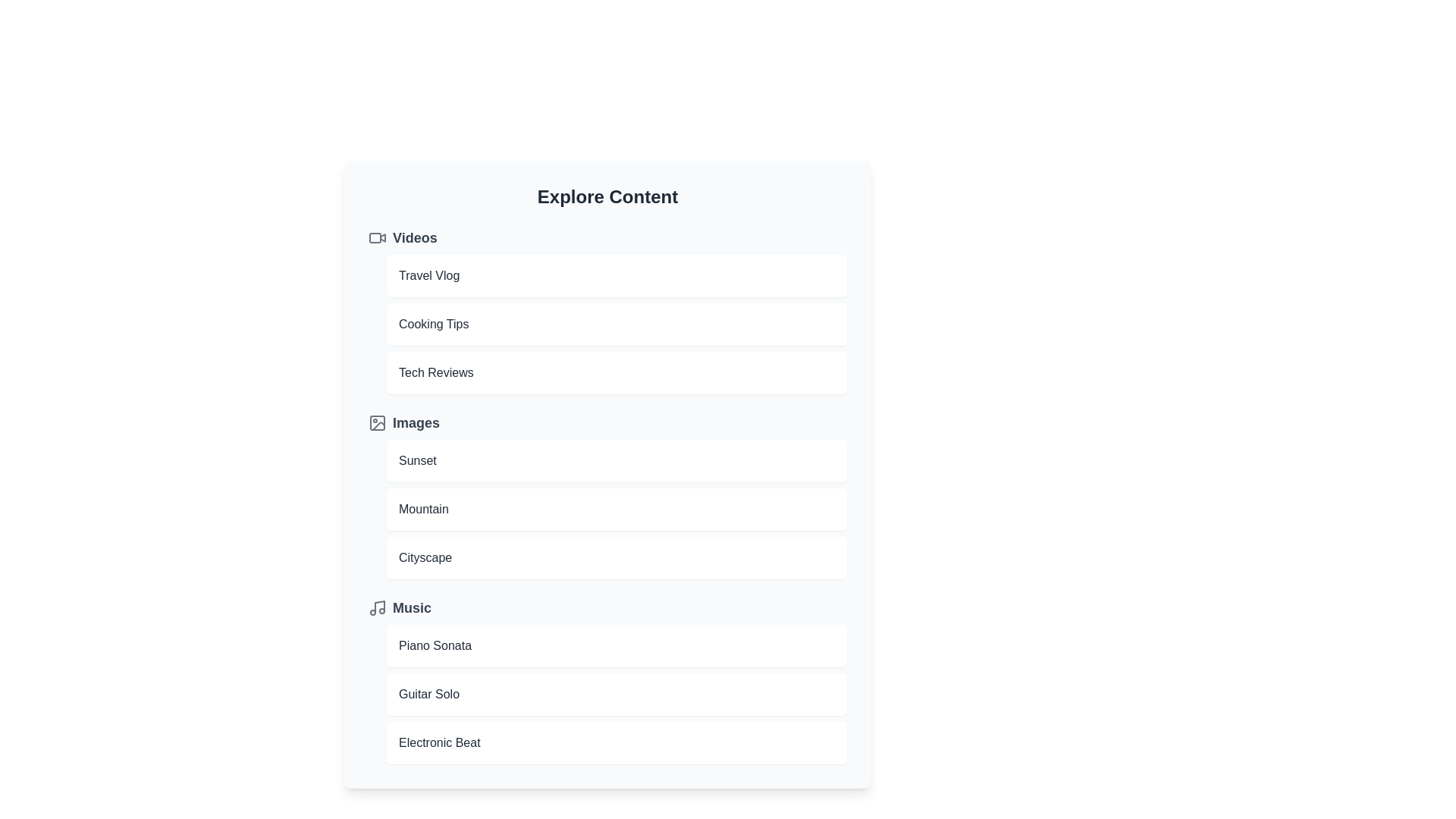 The width and height of the screenshot is (1456, 819). What do you see at coordinates (617, 742) in the screenshot?
I see `the item Electronic Beat to preview it` at bounding box center [617, 742].